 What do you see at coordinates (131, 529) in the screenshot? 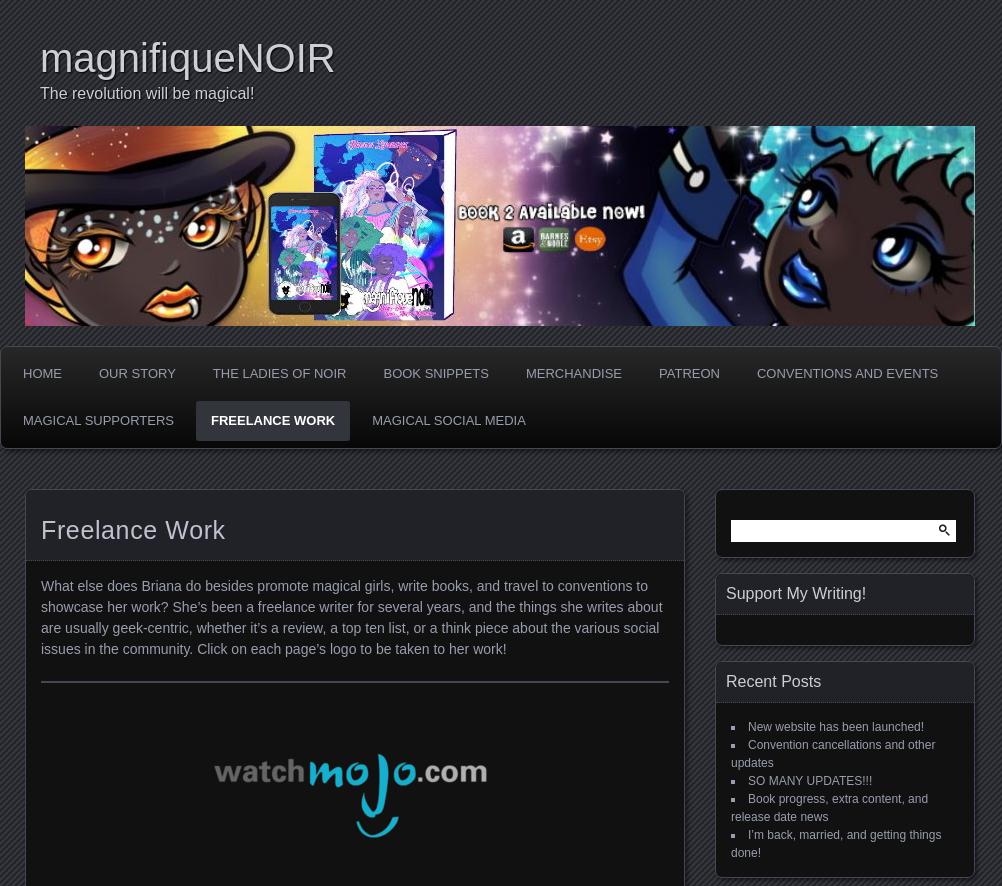
I see `'Freelance Work'` at bounding box center [131, 529].